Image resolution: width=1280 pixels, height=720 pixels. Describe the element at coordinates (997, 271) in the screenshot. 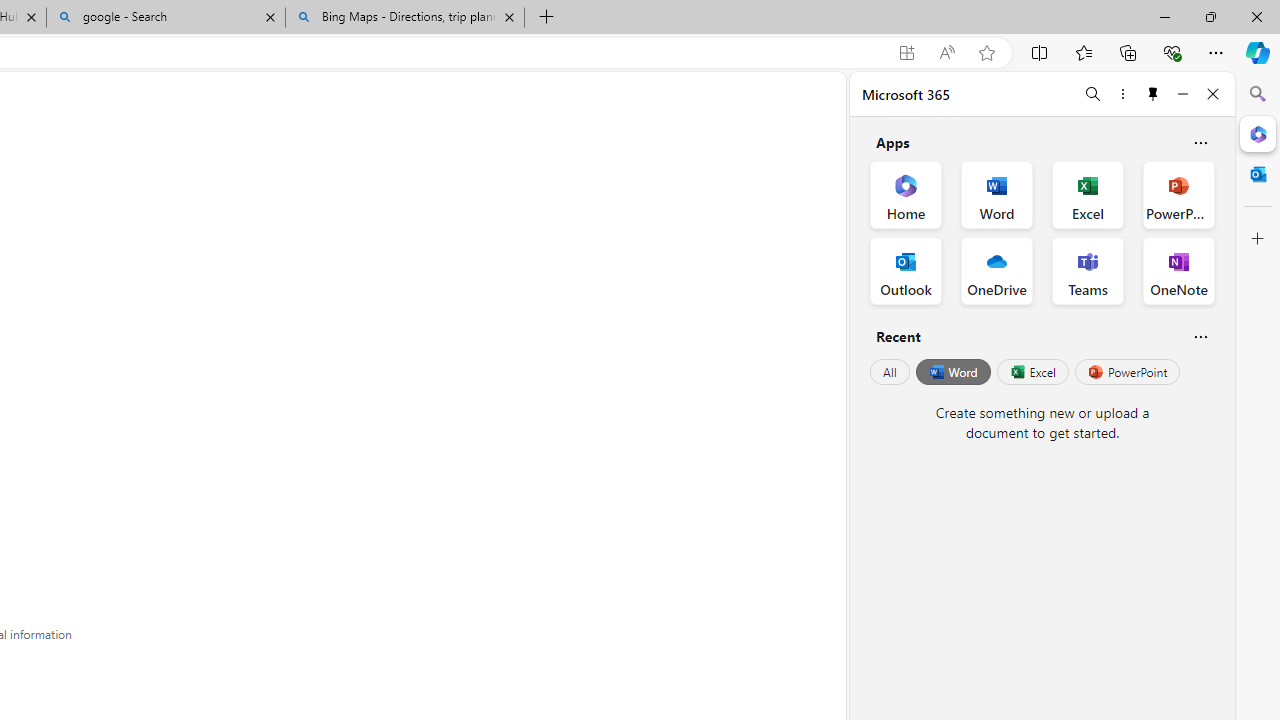

I see `'OneDrive Office App'` at that location.